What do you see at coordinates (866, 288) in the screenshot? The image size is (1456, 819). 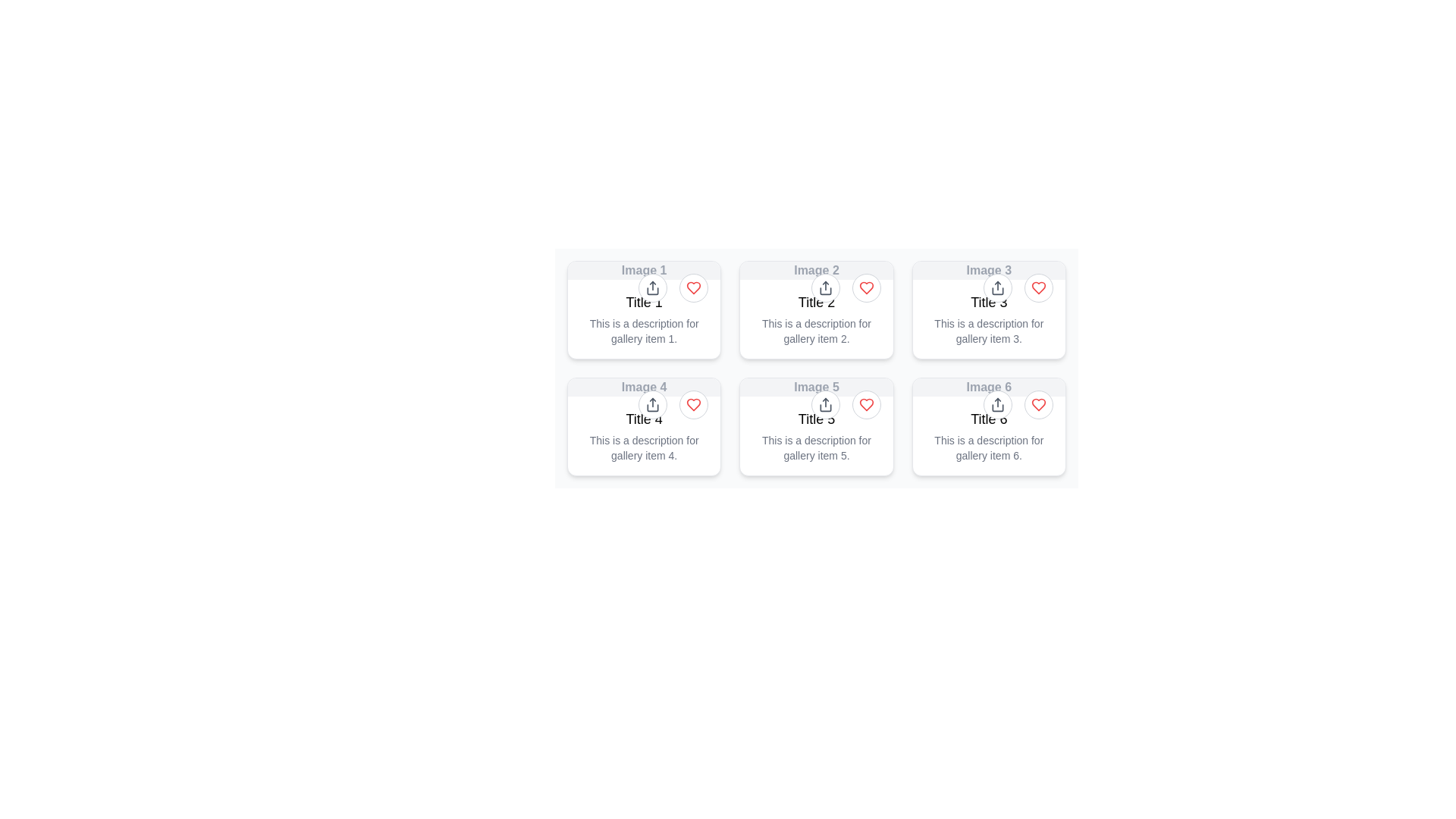 I see `the heart-shaped button in the upper-right corner of the card labeled 'Title 2' to favorite or unfavorite the item` at bounding box center [866, 288].